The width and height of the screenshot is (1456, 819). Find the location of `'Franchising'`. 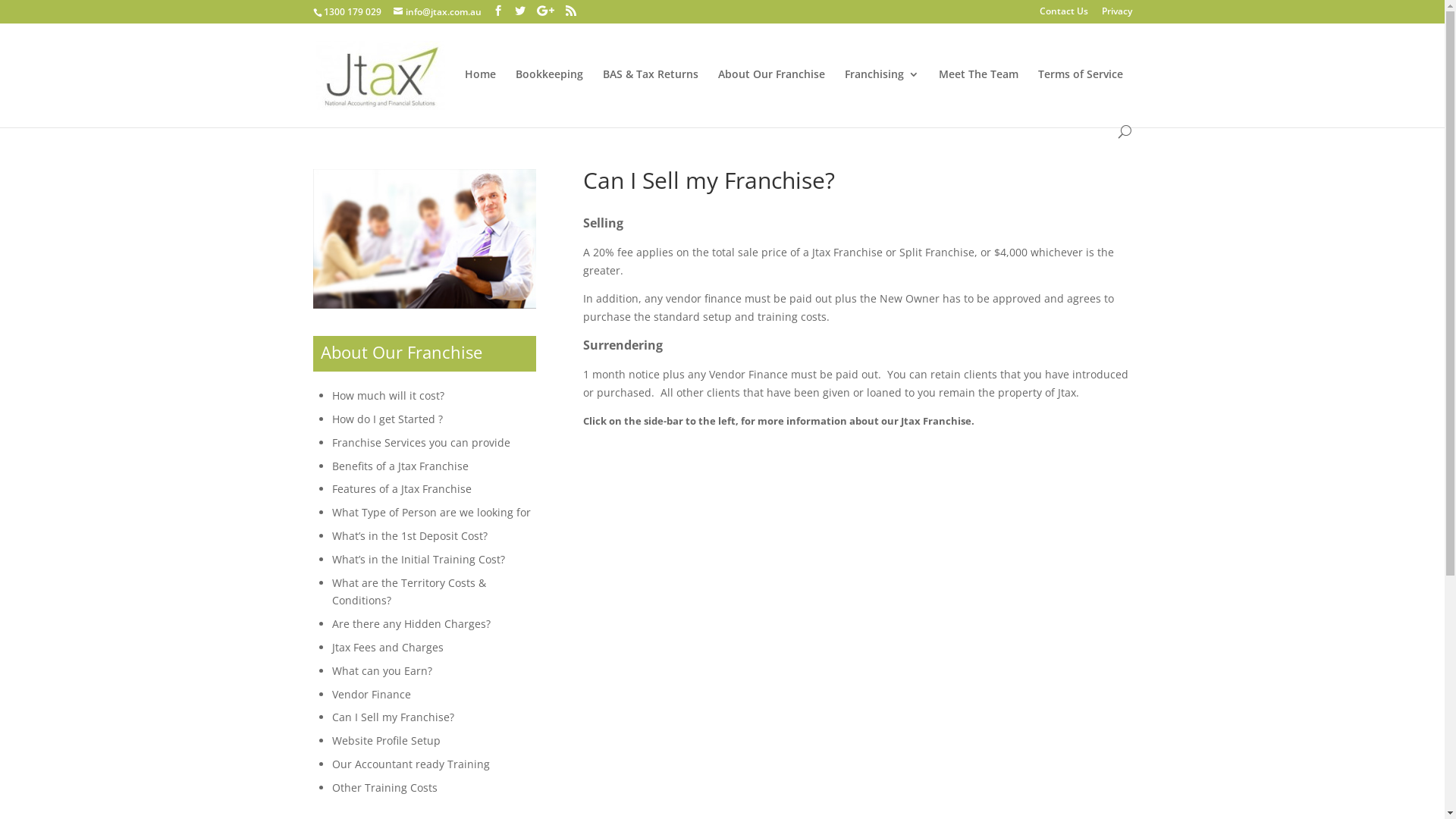

'Franchising' is located at coordinates (881, 96).